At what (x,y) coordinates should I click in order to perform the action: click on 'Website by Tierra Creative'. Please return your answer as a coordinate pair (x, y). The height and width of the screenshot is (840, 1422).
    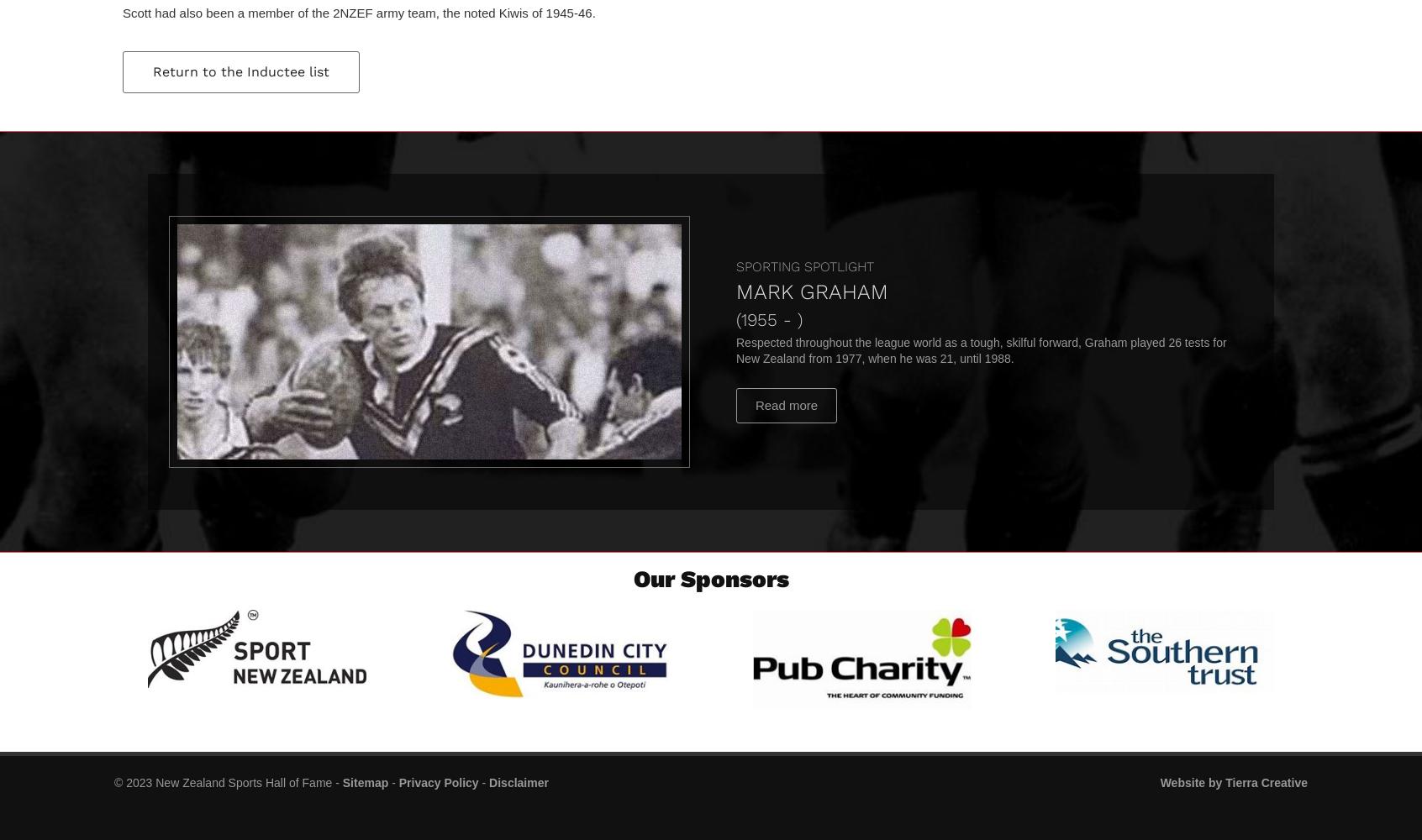
    Looking at the image, I should click on (1159, 782).